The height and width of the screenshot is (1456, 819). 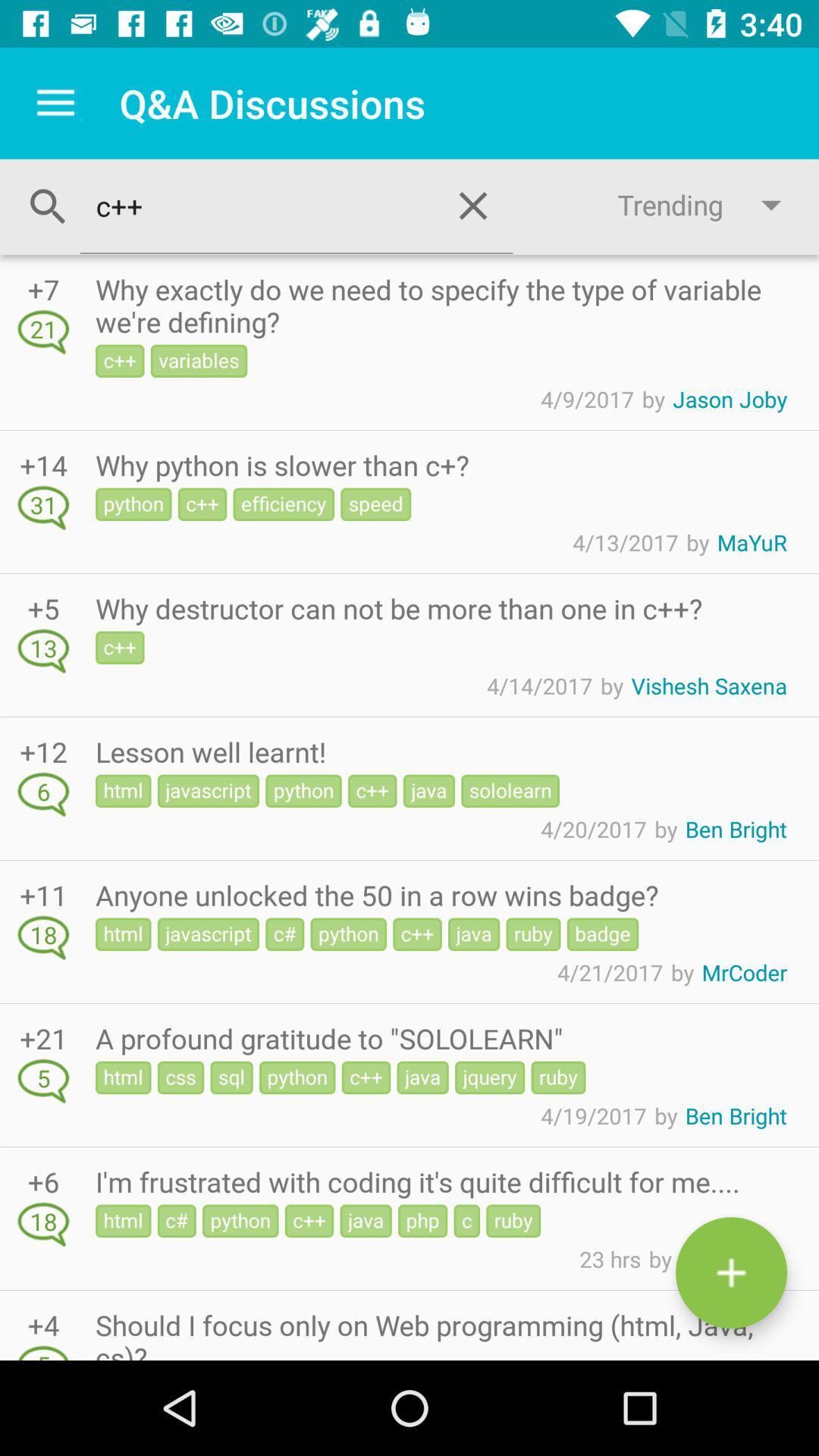 I want to click on the add icon, so click(x=730, y=1272).